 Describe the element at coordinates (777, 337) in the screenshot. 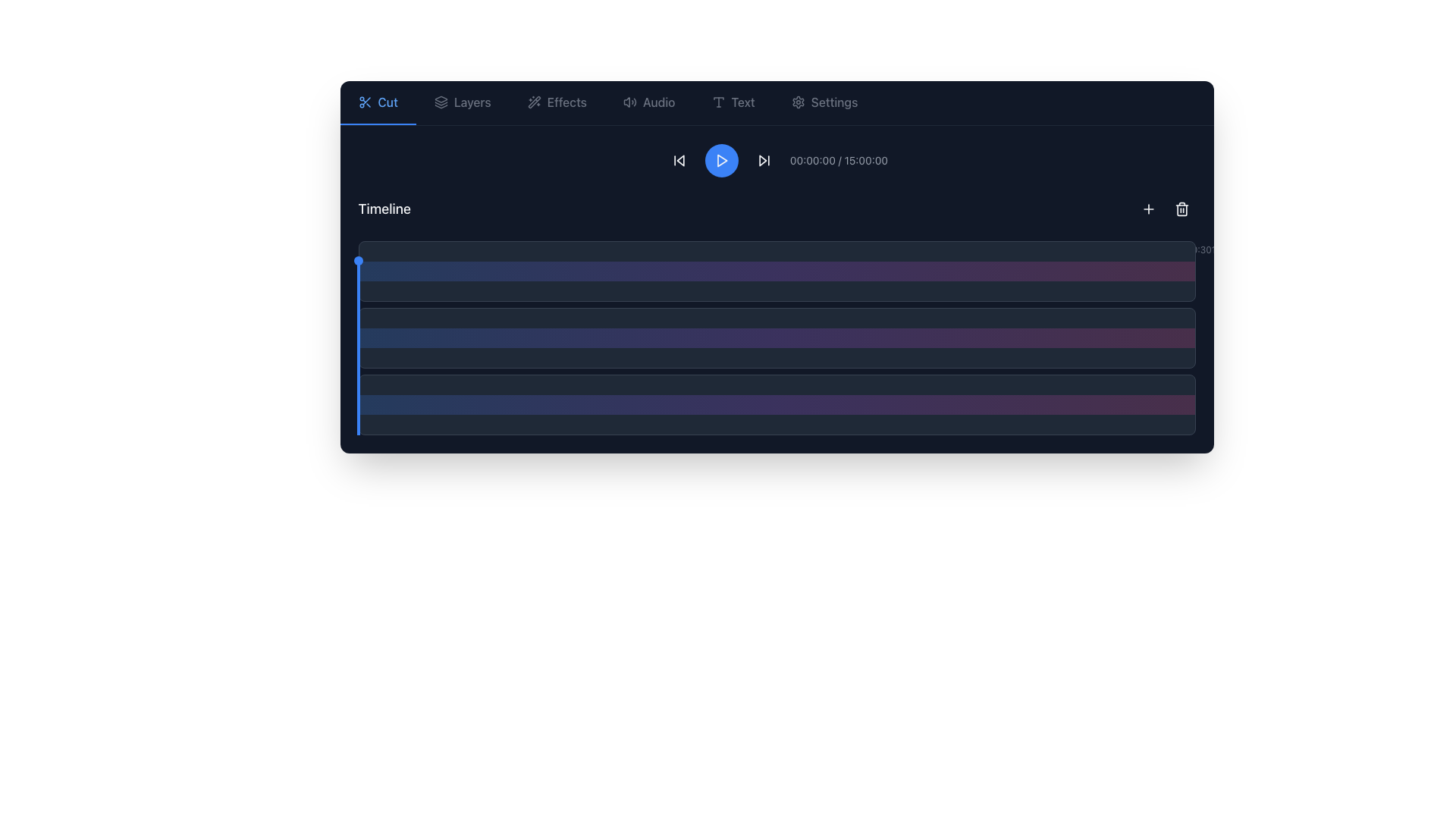

I see `the progress bar with a gradient background transitioning from blue to pink, which is the second bar in a vertical stack of three bars` at that location.